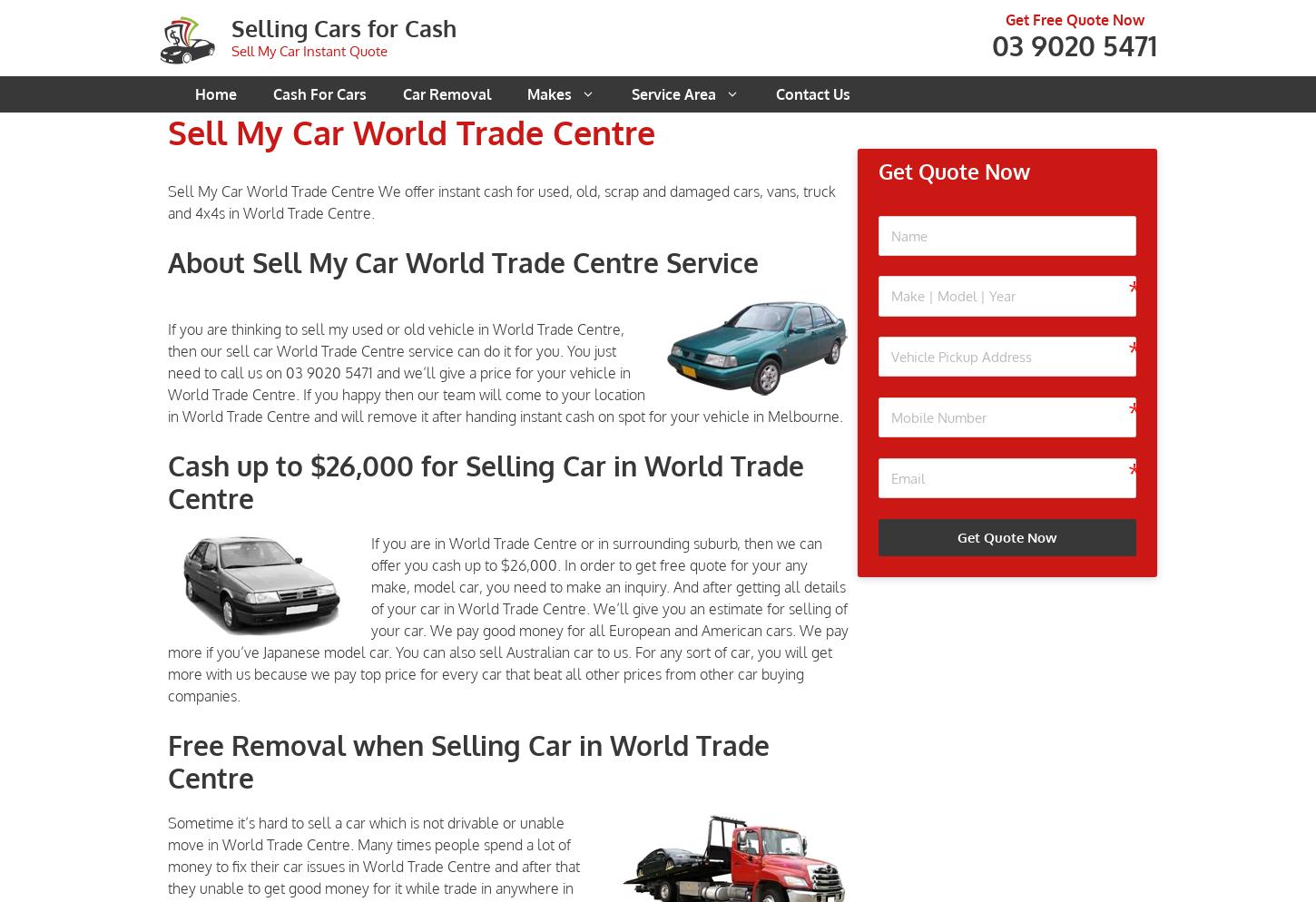 Image resolution: width=1316 pixels, height=902 pixels. I want to click on 'About Sell My Car World Trade Centre Service', so click(463, 261).